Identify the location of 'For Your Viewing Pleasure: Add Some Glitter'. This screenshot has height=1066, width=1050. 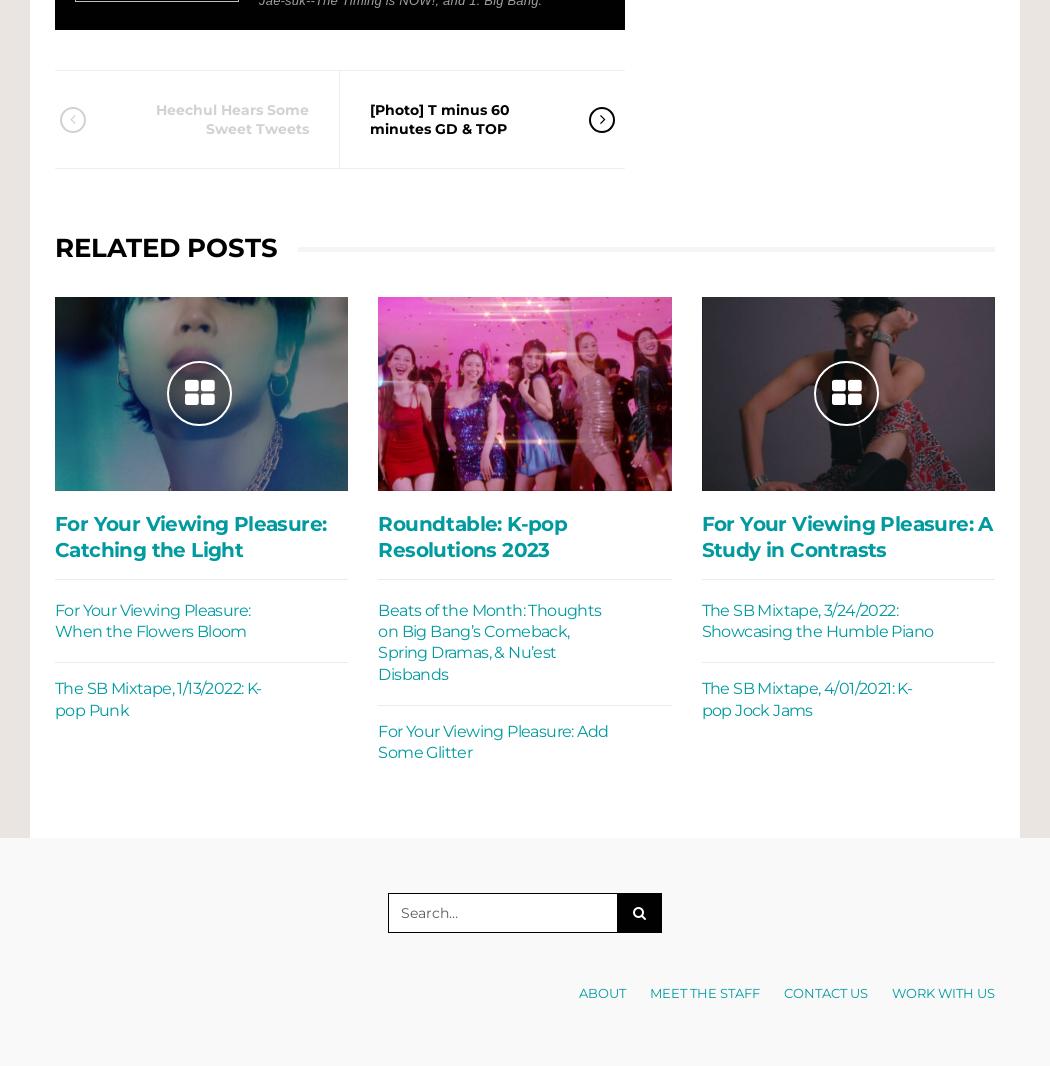
(491, 740).